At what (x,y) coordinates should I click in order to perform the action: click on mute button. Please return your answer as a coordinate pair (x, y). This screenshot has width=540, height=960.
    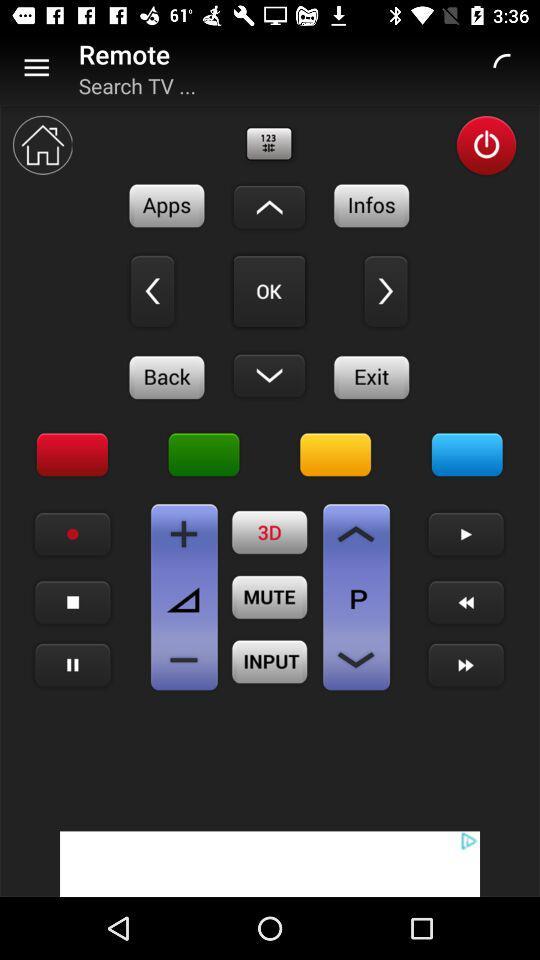
    Looking at the image, I should click on (270, 597).